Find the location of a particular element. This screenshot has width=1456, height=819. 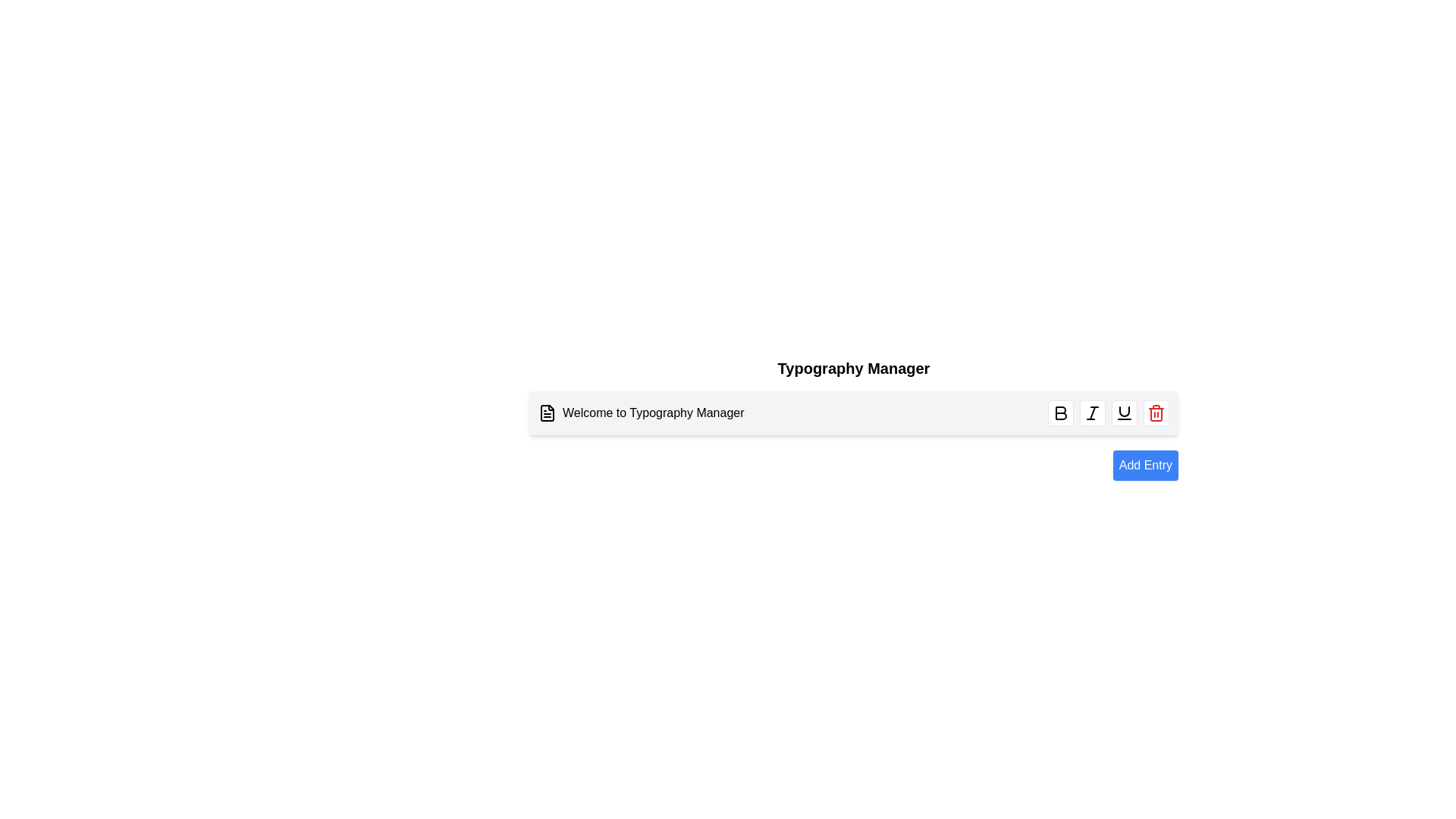

the fourth button in the toolbar that toggles the underline text formatting for selected text is located at coordinates (1125, 413).